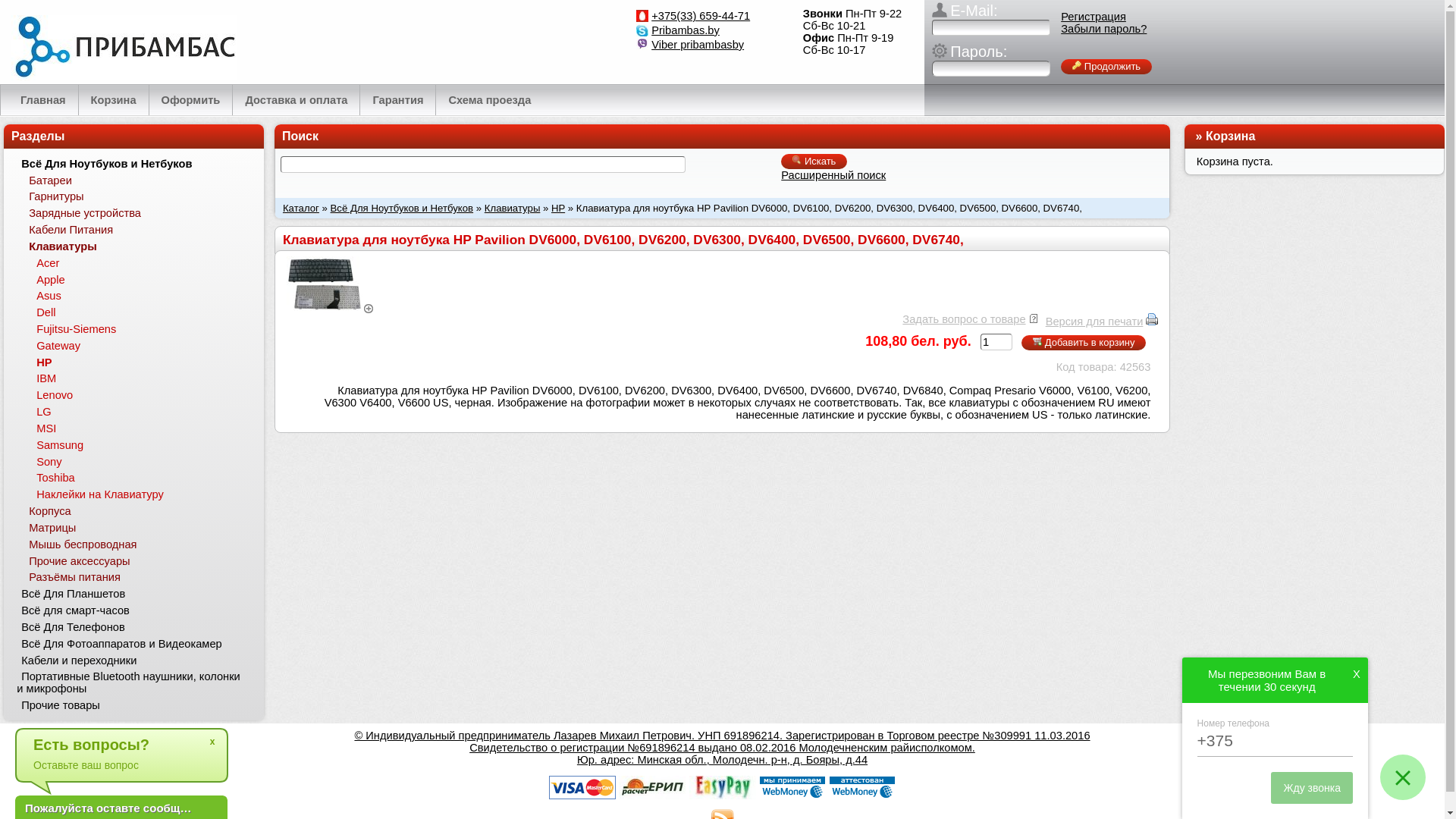  What do you see at coordinates (700, 15) in the screenshot?
I see `'+375(33) 659-44-71'` at bounding box center [700, 15].